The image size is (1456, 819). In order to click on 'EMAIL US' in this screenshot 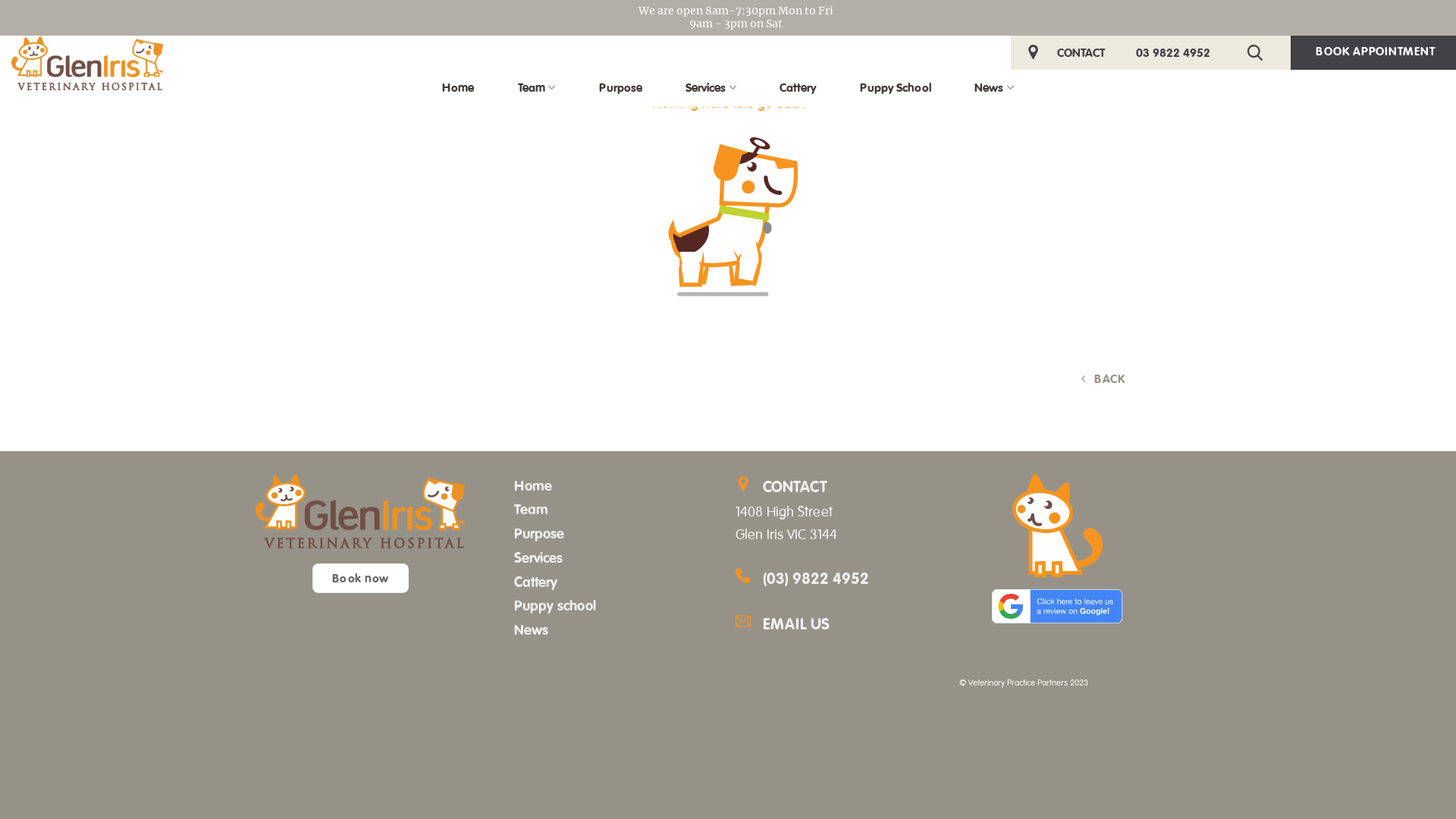, I will do `click(851, 624)`.